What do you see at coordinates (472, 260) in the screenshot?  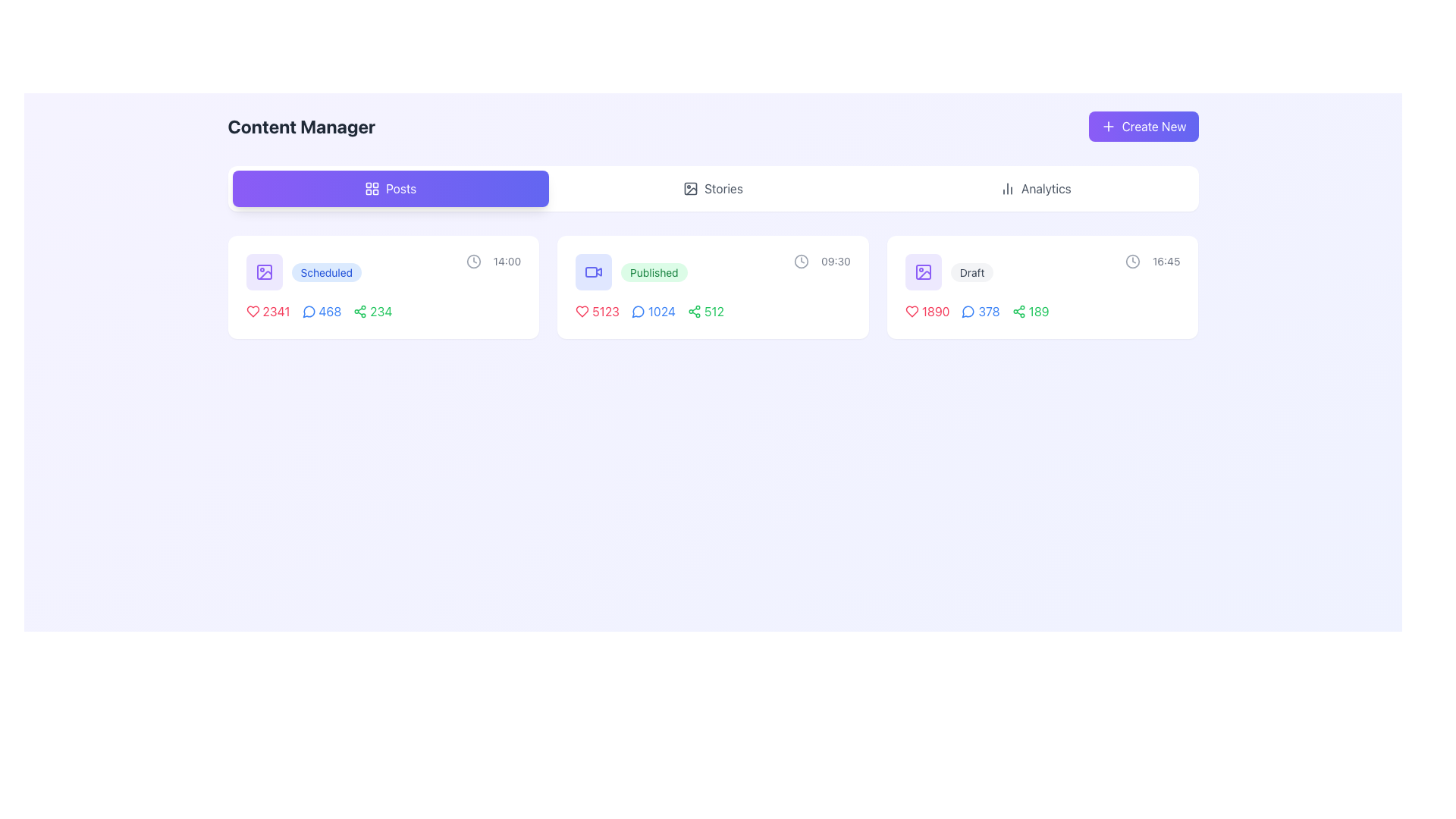 I see `the circular clock icon located in the top-right corner of the 'Scheduled' content card` at bounding box center [472, 260].